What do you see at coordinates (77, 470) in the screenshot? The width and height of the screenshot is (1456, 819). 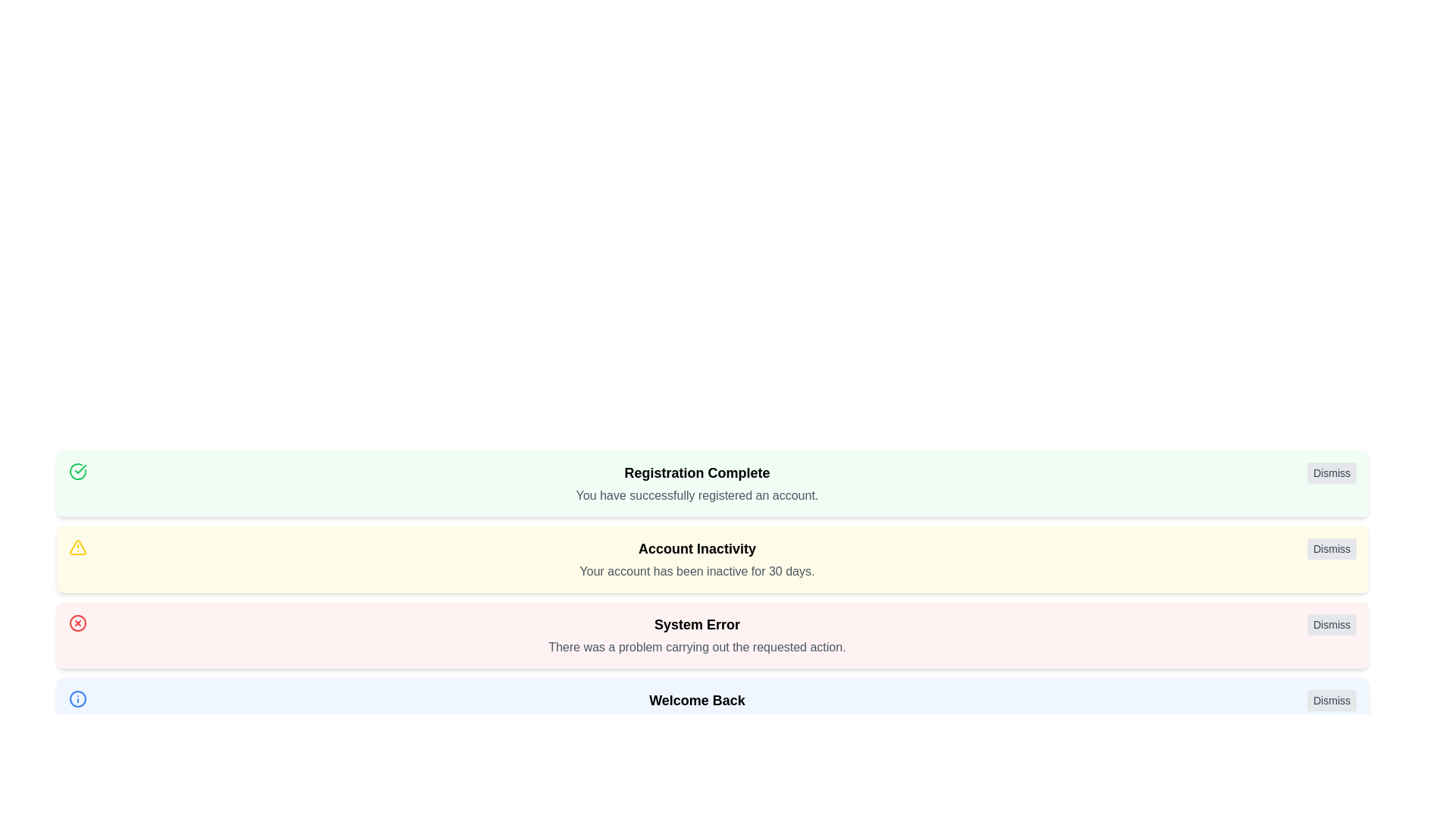 I see `the circular icon with a checkmark inside, styled with a green outline, located in the notification box titled 'Registration Complete'` at bounding box center [77, 470].